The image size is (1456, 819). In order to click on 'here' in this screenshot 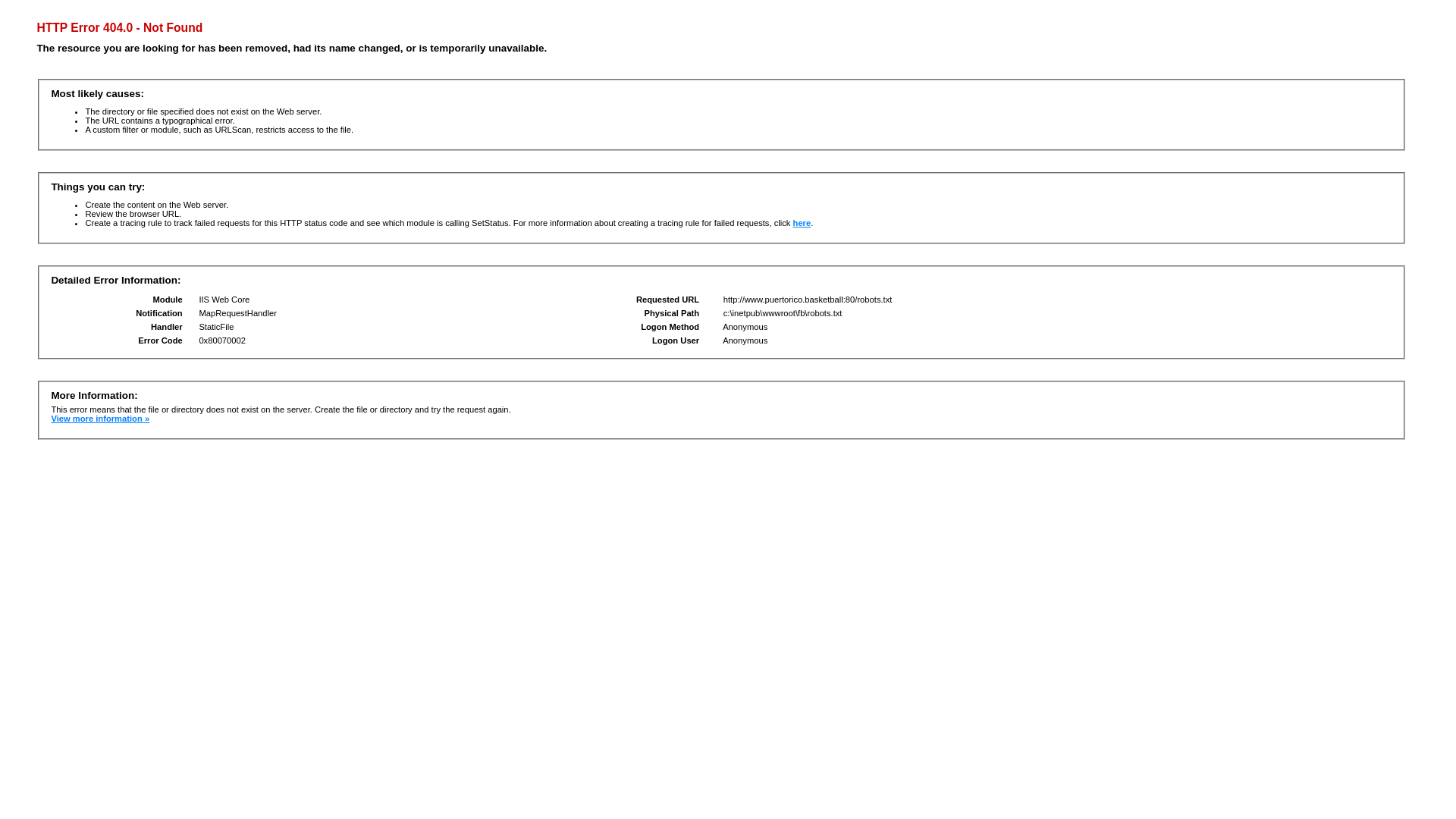, I will do `click(801, 222)`.